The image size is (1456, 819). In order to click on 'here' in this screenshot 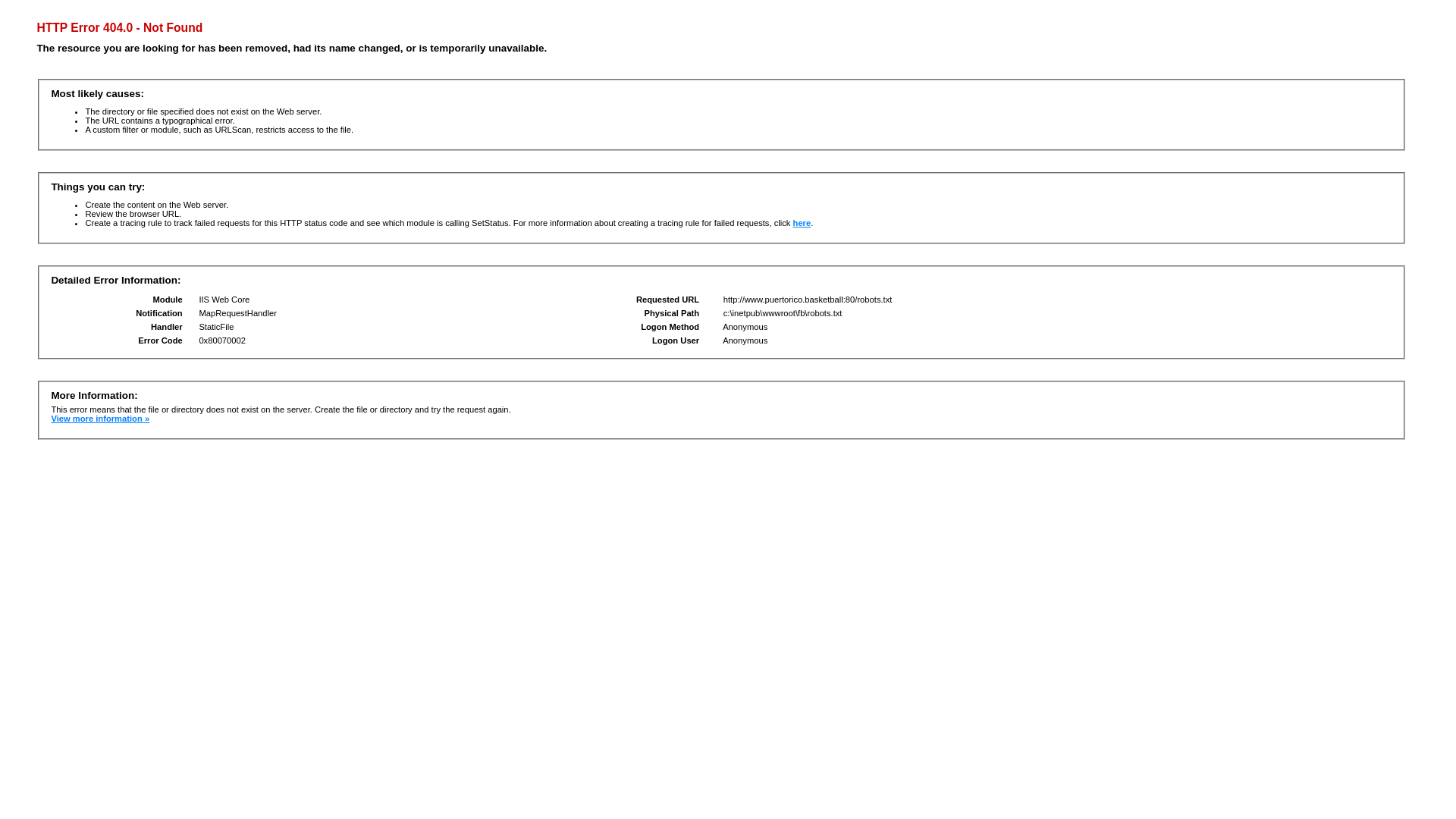, I will do `click(801, 222)`.